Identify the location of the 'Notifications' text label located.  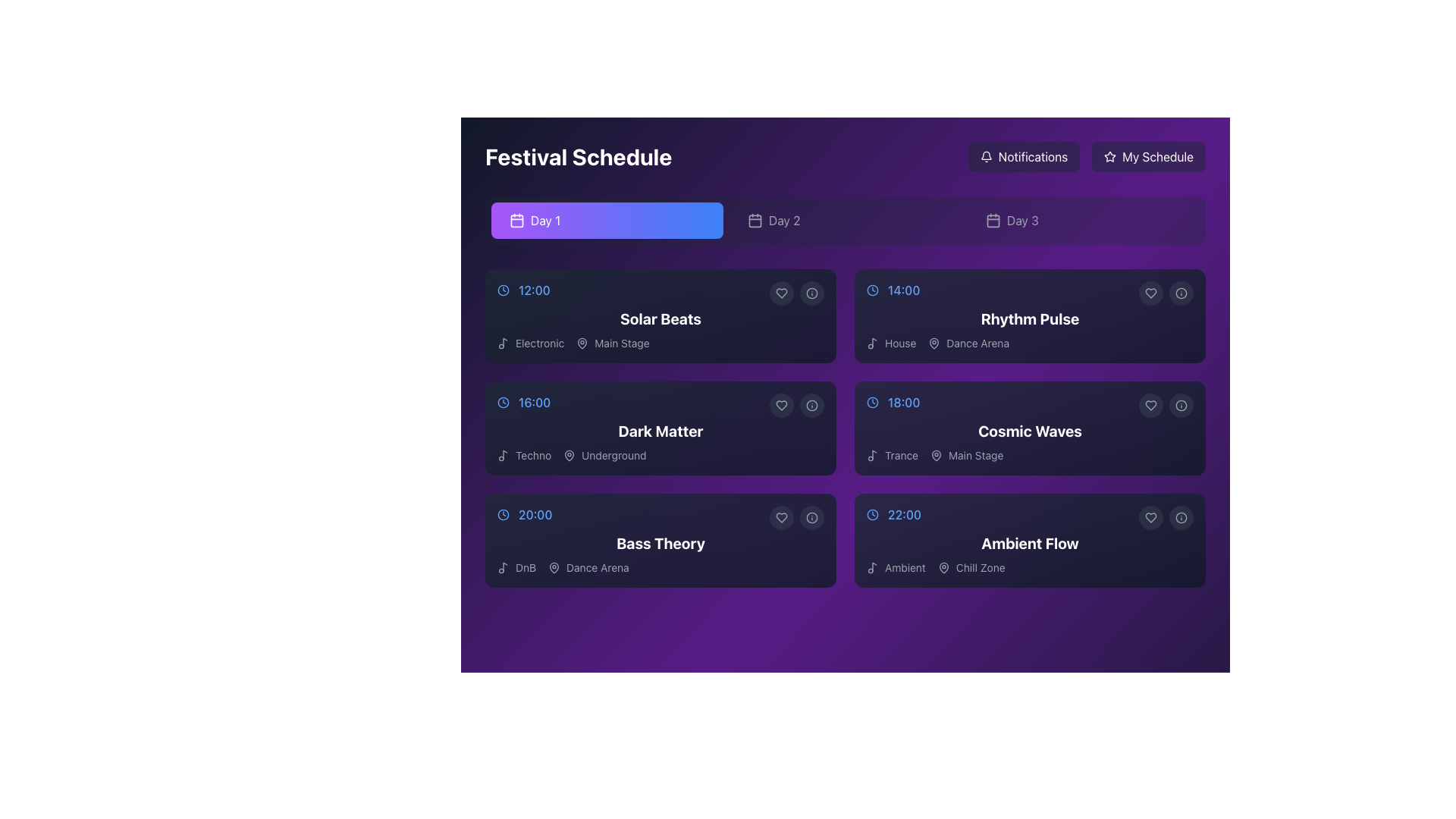
(1032, 157).